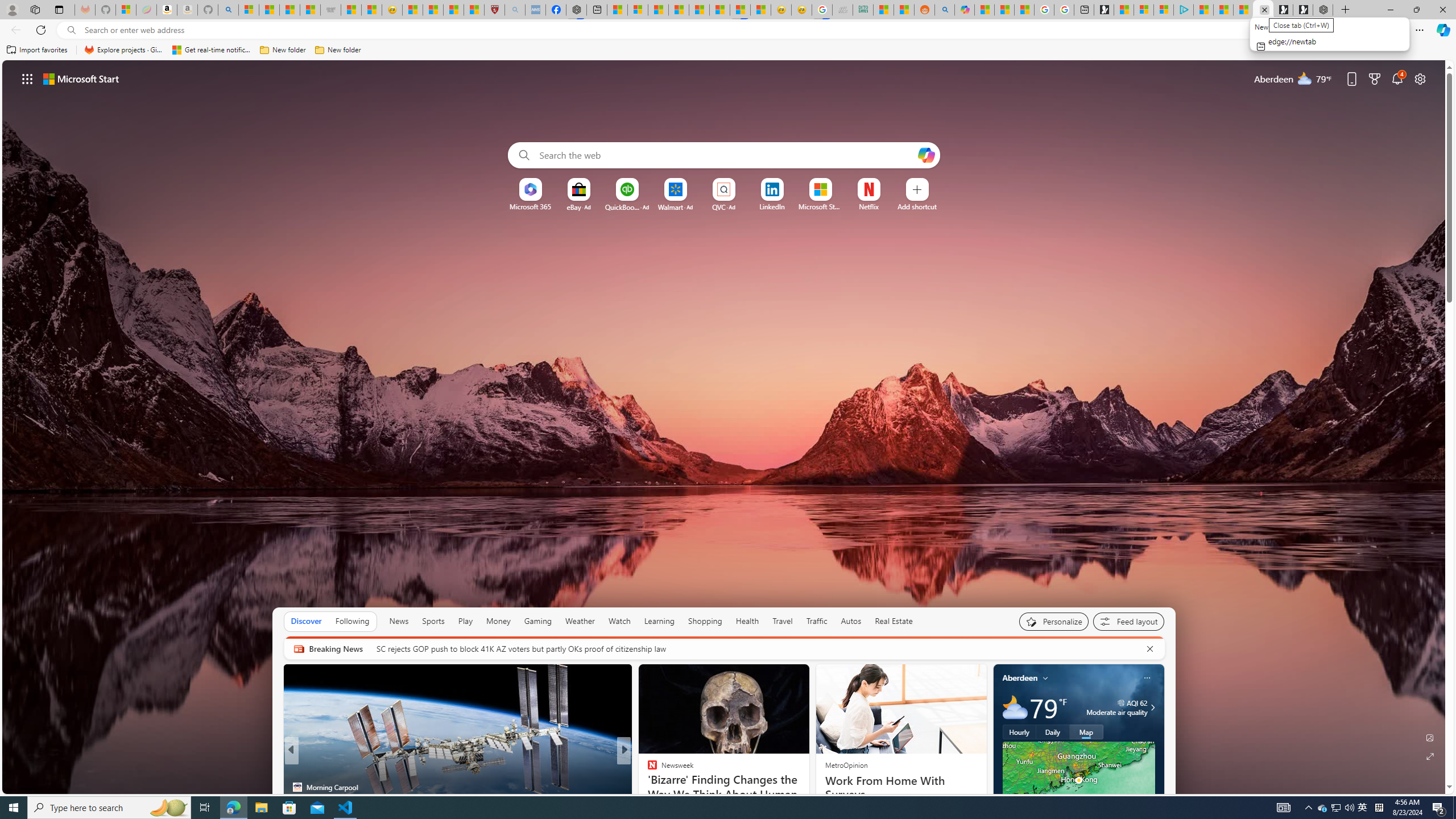 The height and width of the screenshot is (819, 1456). What do you see at coordinates (1052, 731) in the screenshot?
I see `'Daily'` at bounding box center [1052, 731].